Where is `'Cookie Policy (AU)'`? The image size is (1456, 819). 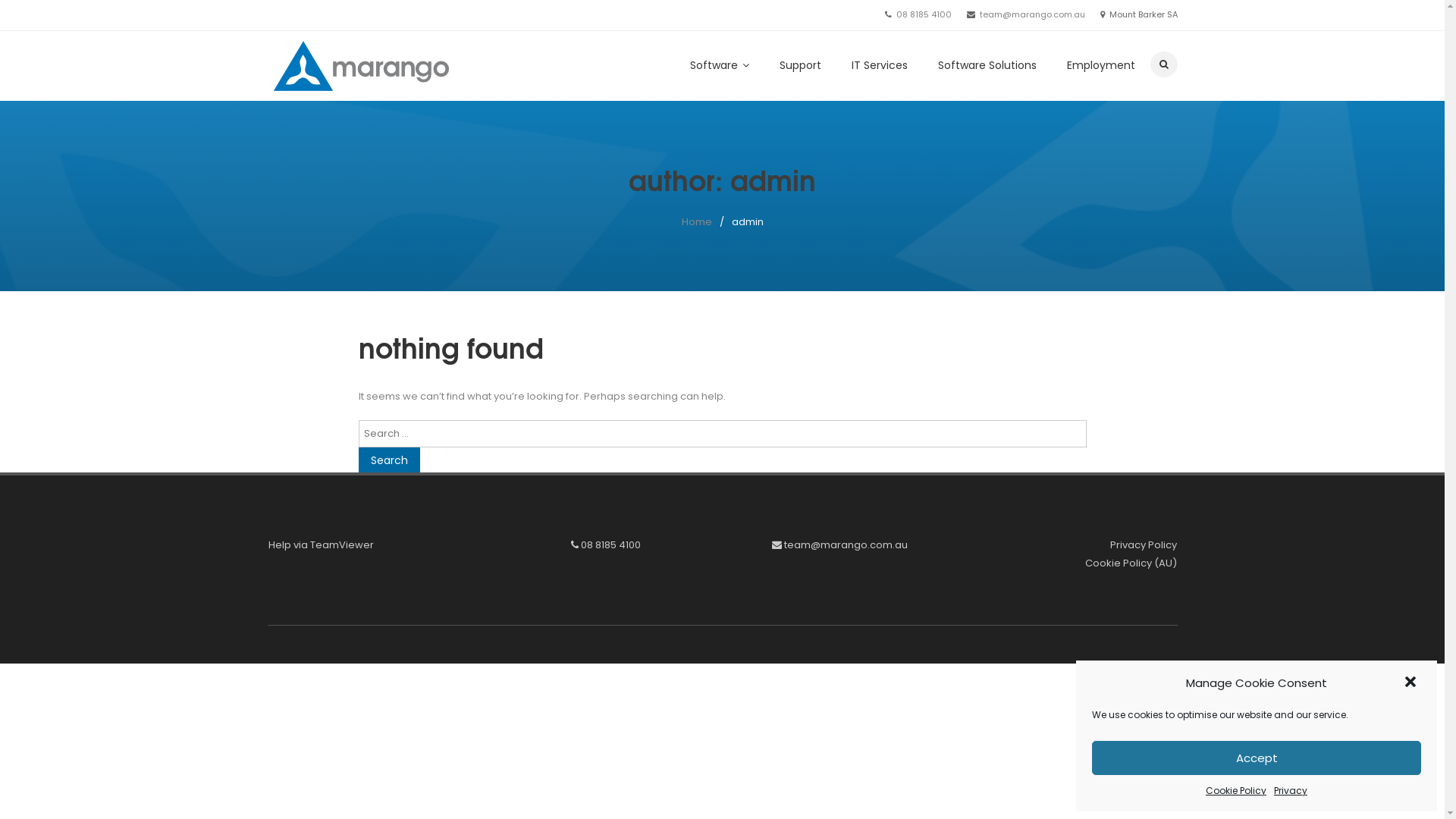
'Cookie Policy (AU)' is located at coordinates (1131, 563).